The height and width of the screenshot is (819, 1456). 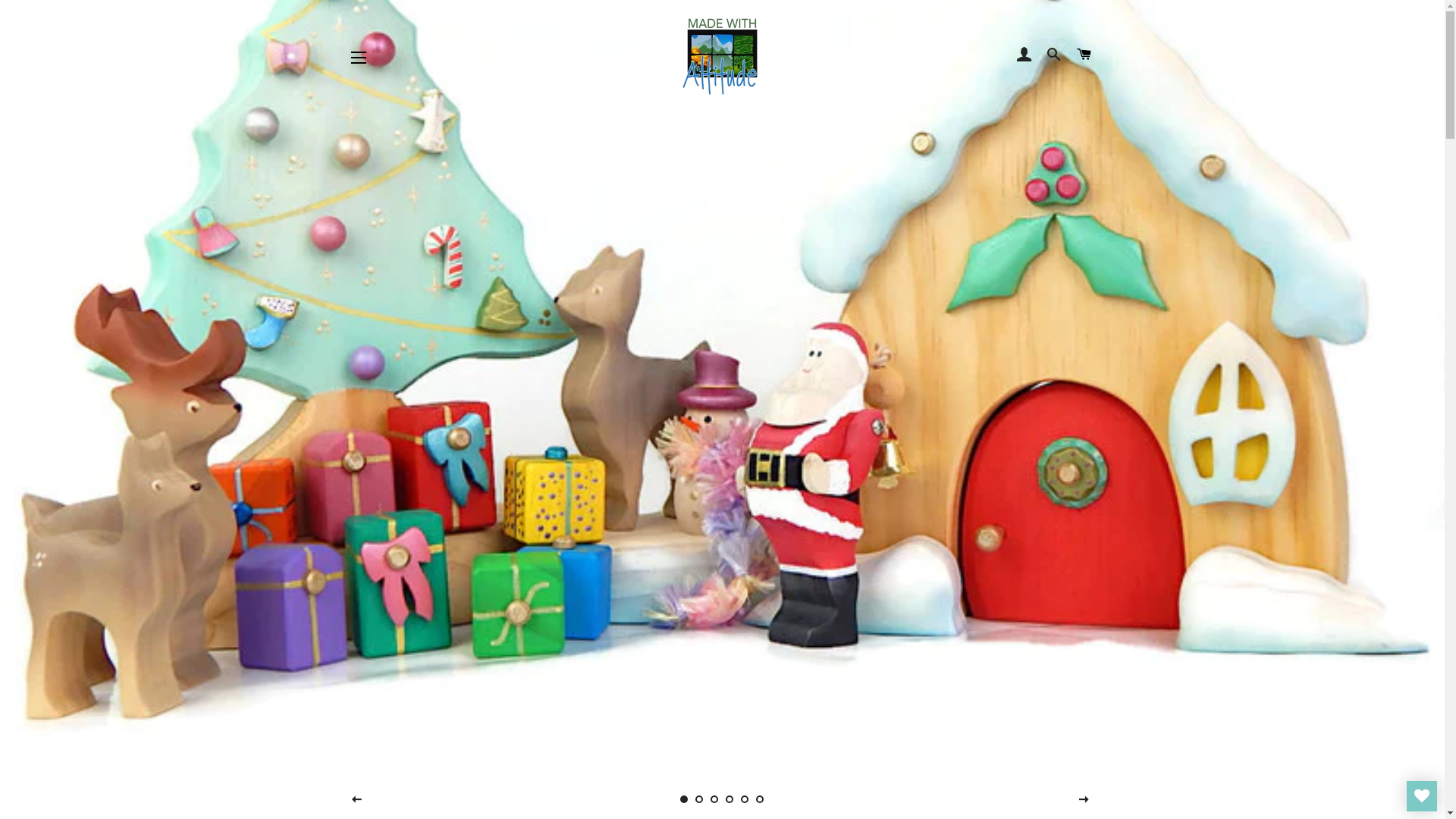 What do you see at coordinates (1405, 795) in the screenshot?
I see `'MY WISHLIST'` at bounding box center [1405, 795].